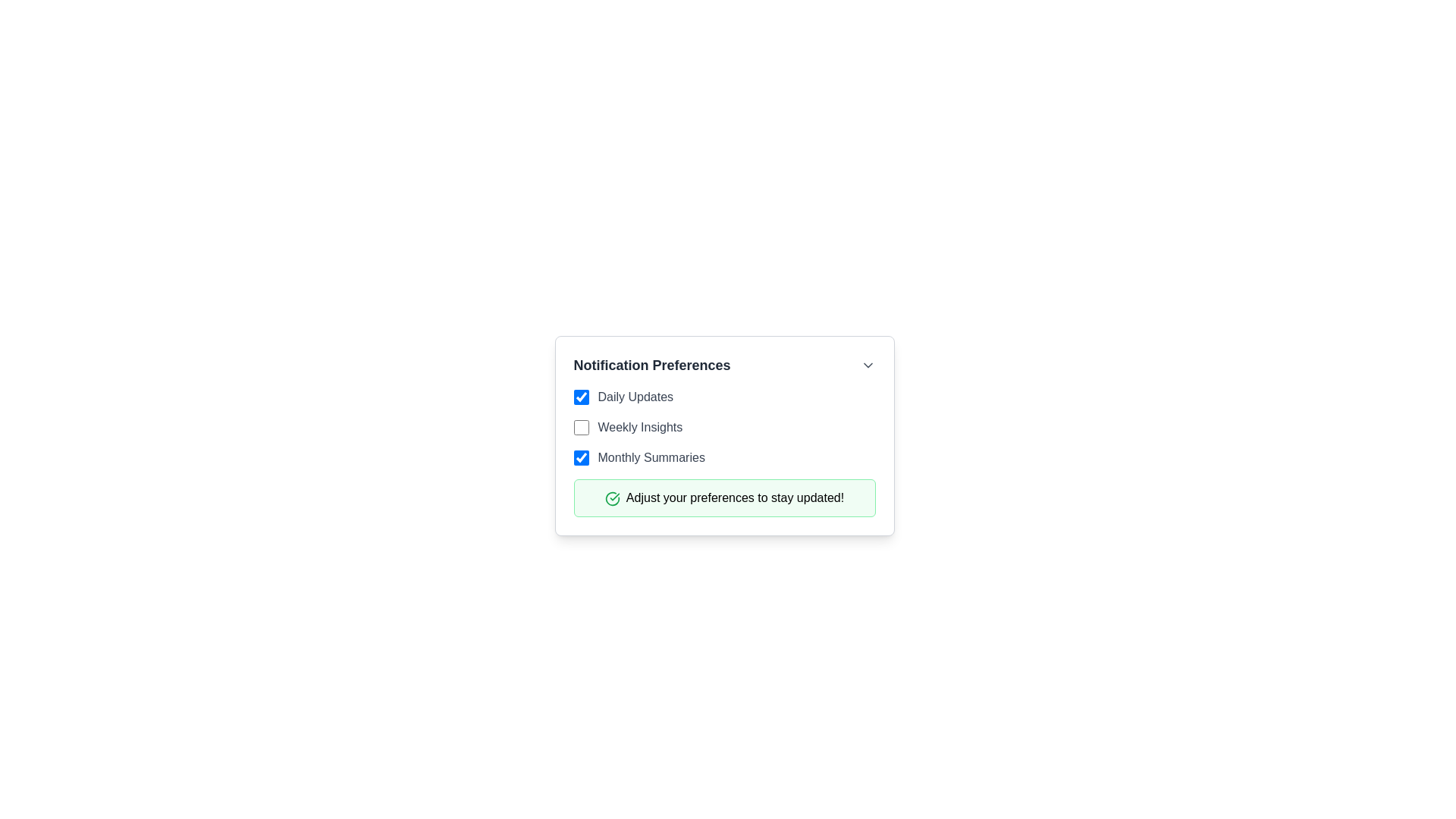 This screenshot has width=1456, height=819. Describe the element at coordinates (723, 427) in the screenshot. I see `the checkbox for 'Weekly Insights' under the 'Notification Preferences' section` at that location.